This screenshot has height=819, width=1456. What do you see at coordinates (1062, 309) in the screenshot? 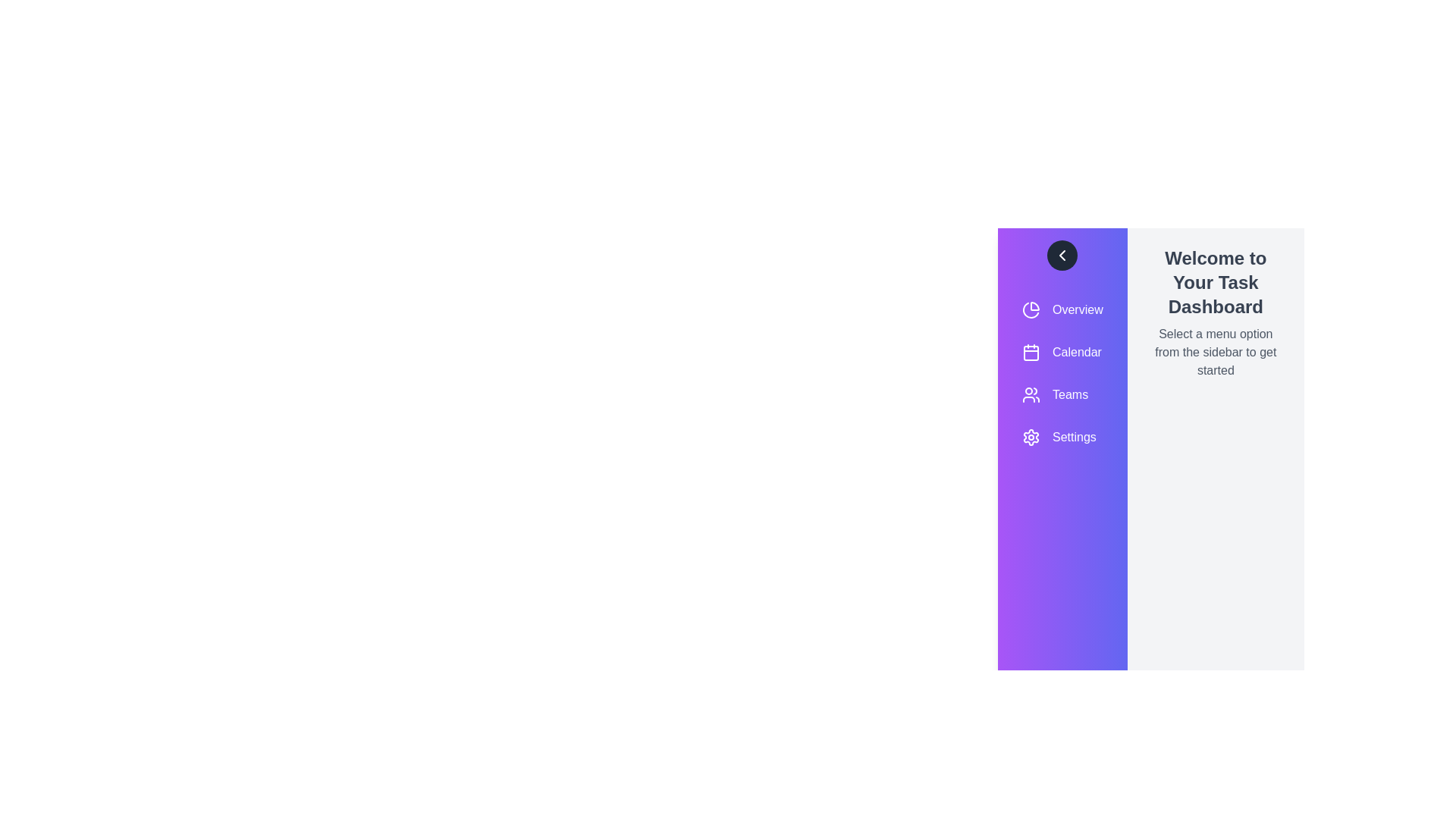
I see `the menu item Overview from the sidebar` at bounding box center [1062, 309].